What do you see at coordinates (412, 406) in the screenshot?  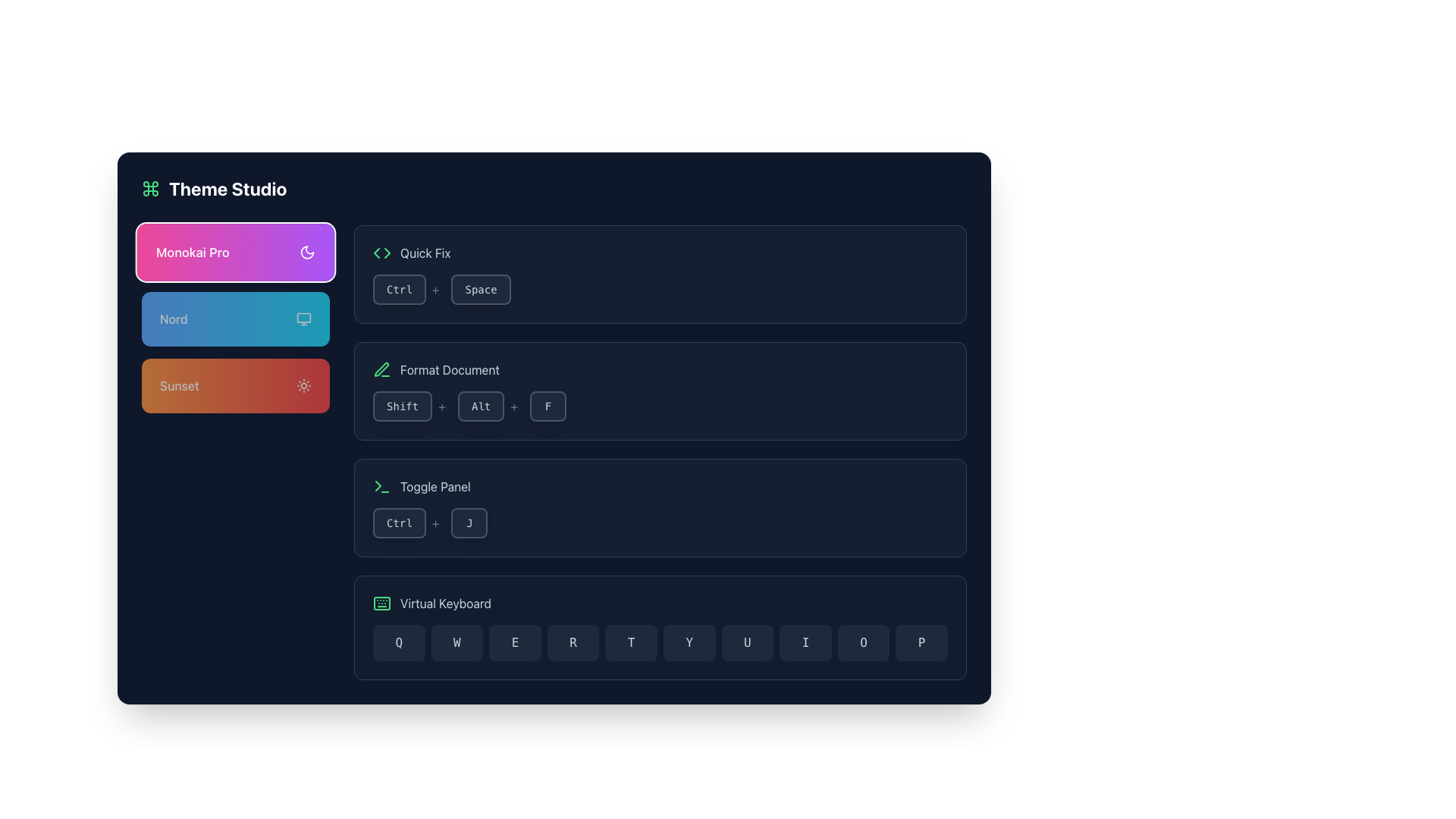 I see `the 'Shift' button` at bounding box center [412, 406].